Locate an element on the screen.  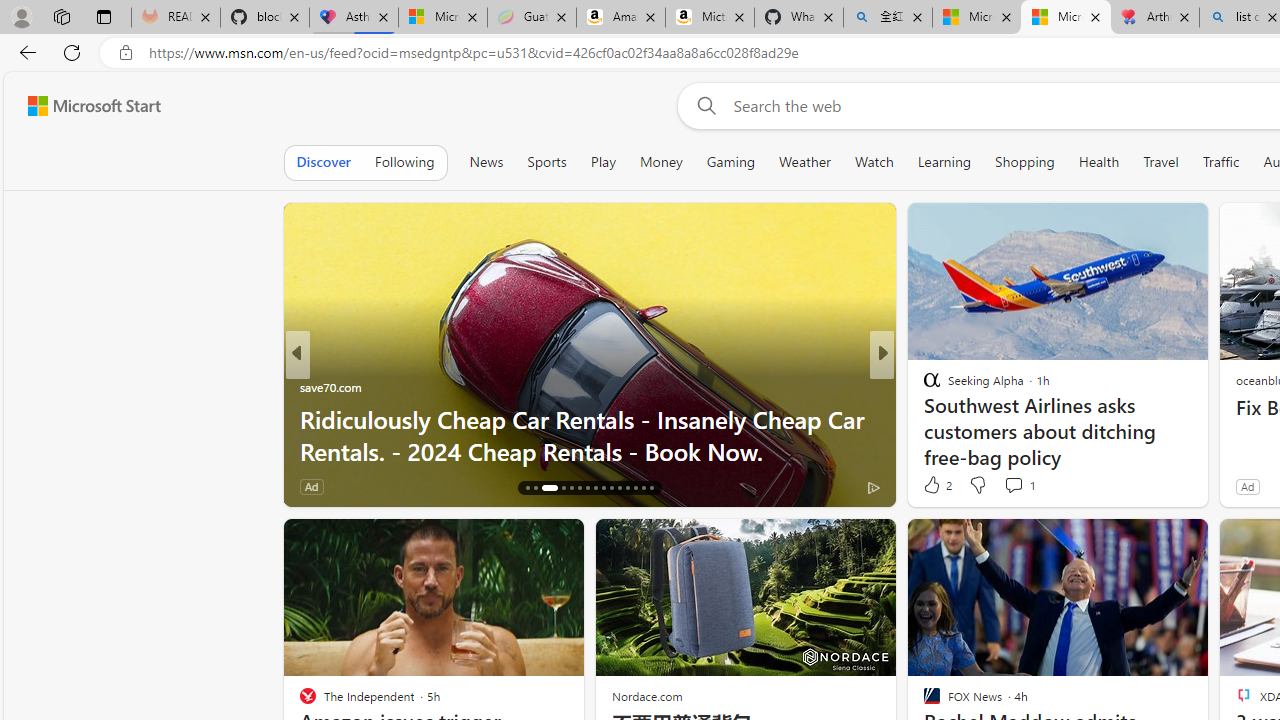
'Workspaces' is located at coordinates (61, 16).